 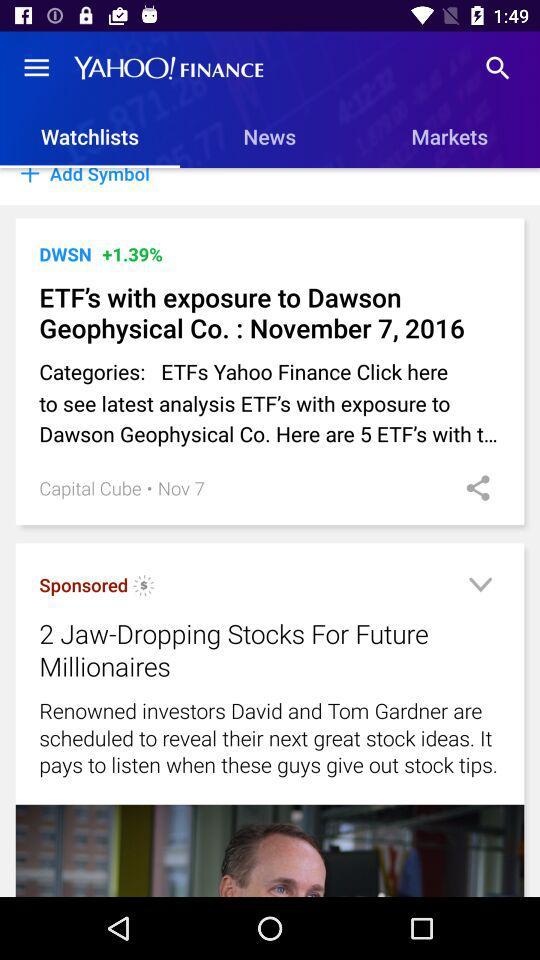 What do you see at coordinates (36, 68) in the screenshot?
I see `item above the watchlists icon` at bounding box center [36, 68].